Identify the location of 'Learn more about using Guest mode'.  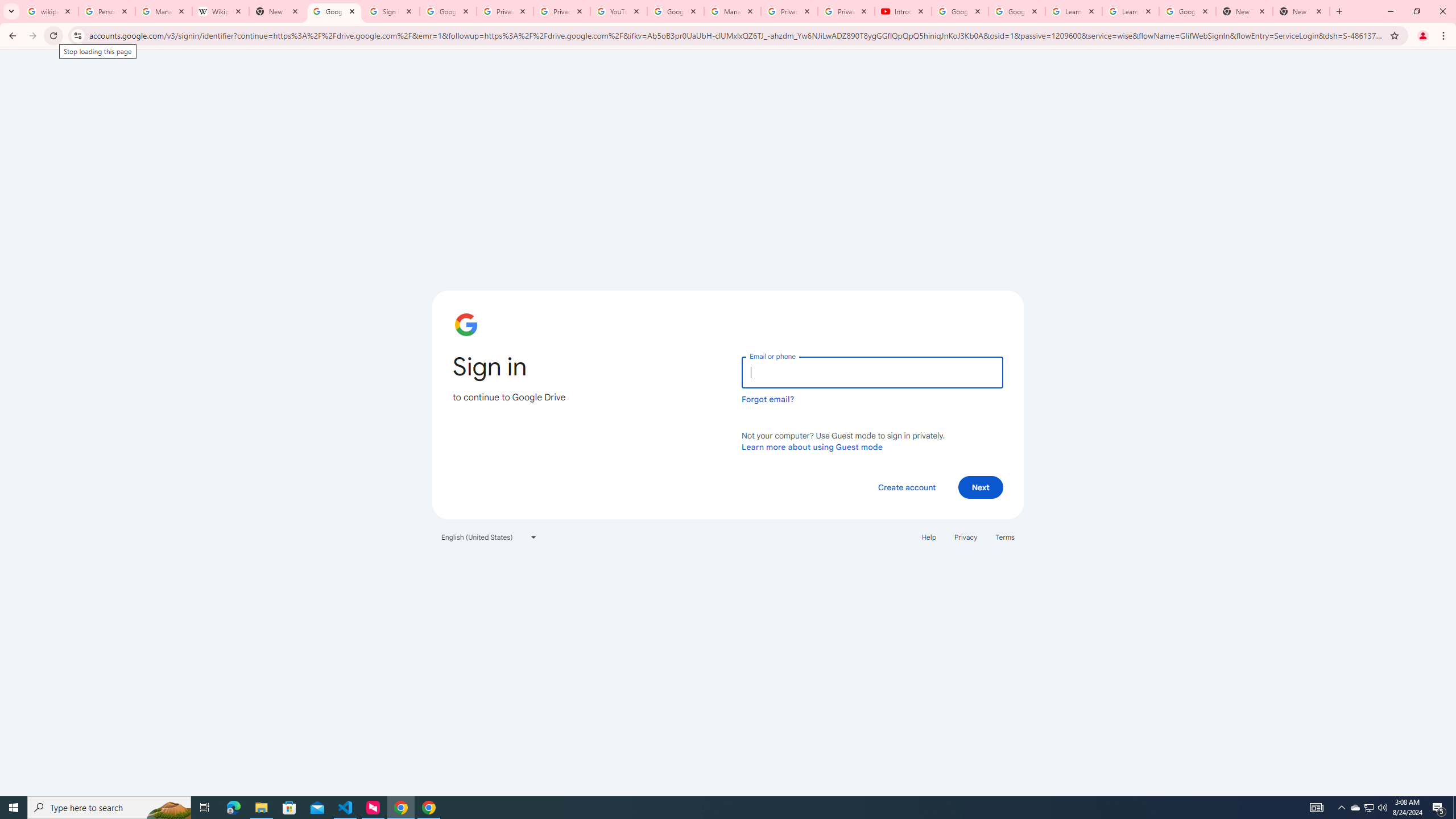
(812, 446).